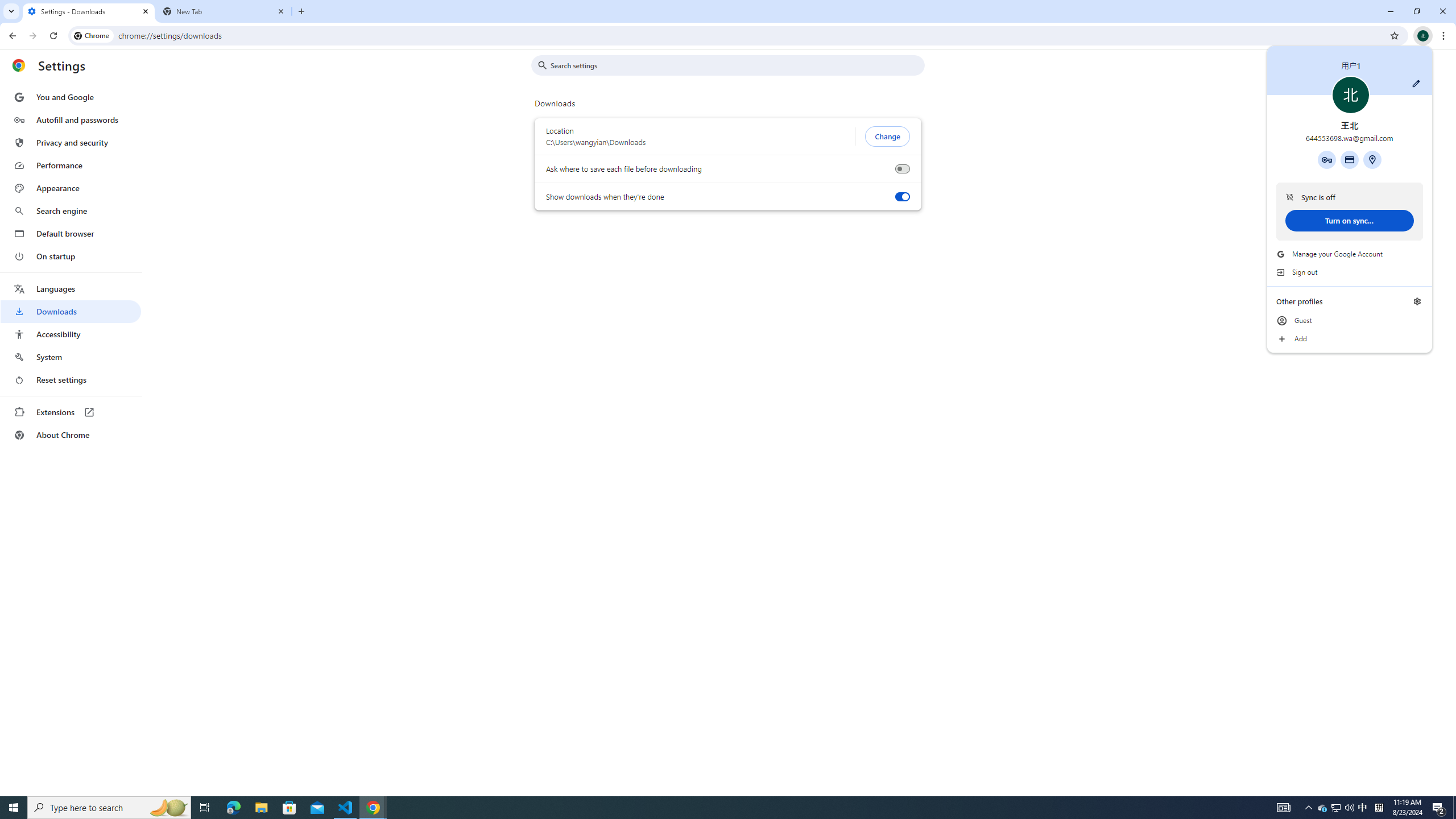 This screenshot has height=819, width=1456. Describe the element at coordinates (901, 168) in the screenshot. I see `'Ask where to save each file before downloading'` at that location.